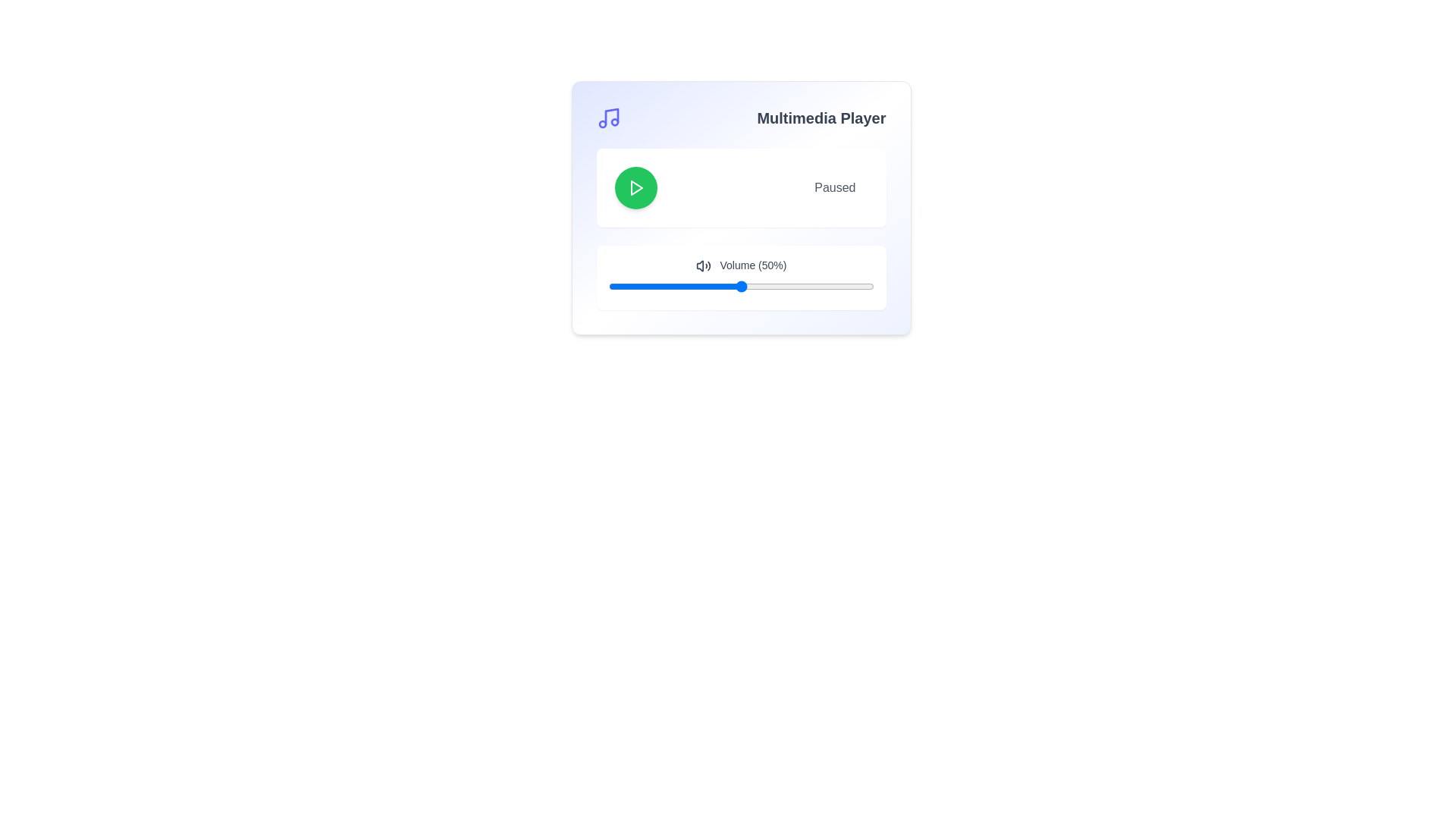  I want to click on volume, so click(743, 287).